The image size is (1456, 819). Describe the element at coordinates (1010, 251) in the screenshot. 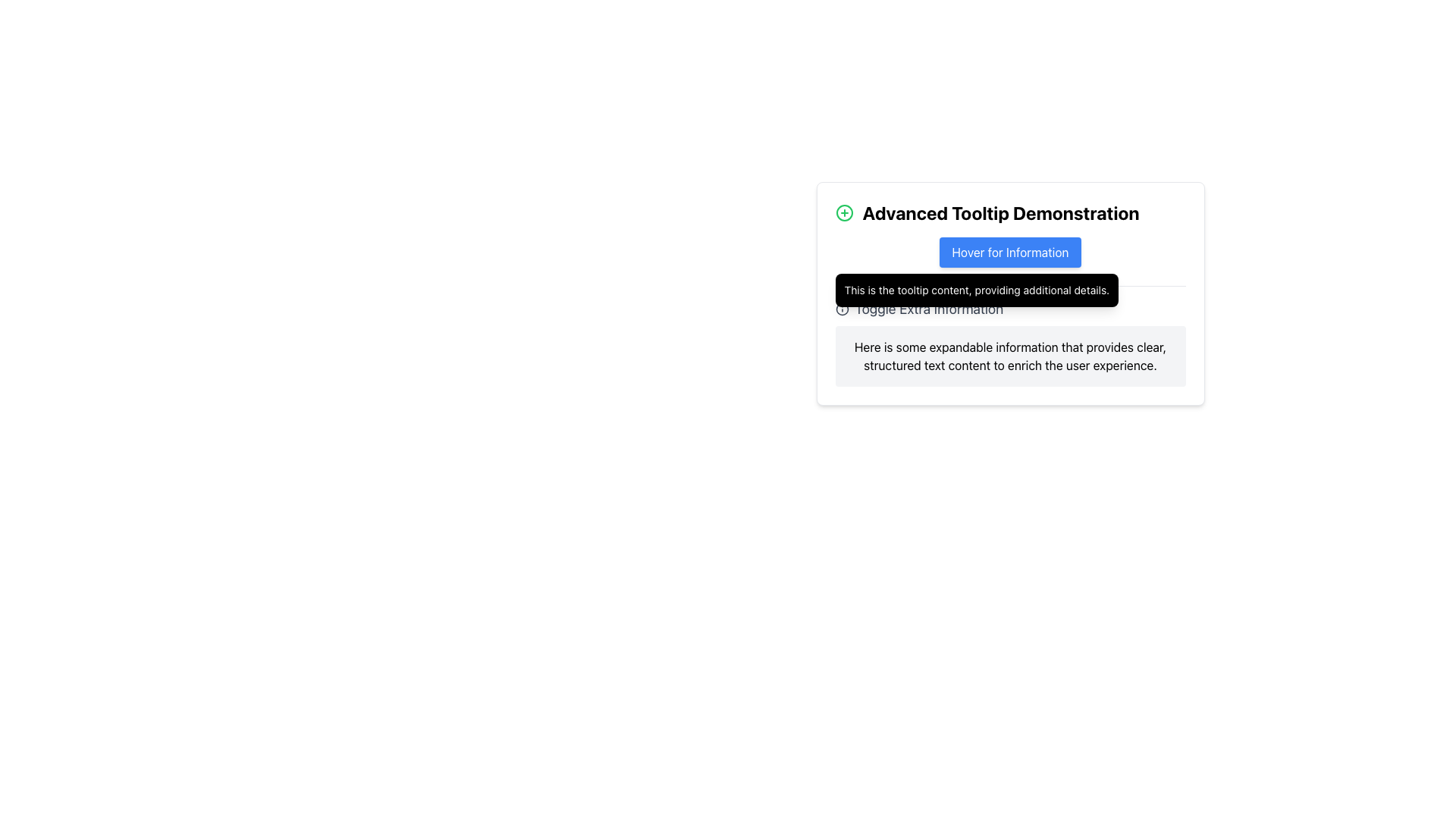

I see `the rectangular blue button labeled 'Hover for Information' with white text and rounded corners, which is part of the tooltip demonstration module` at that location.